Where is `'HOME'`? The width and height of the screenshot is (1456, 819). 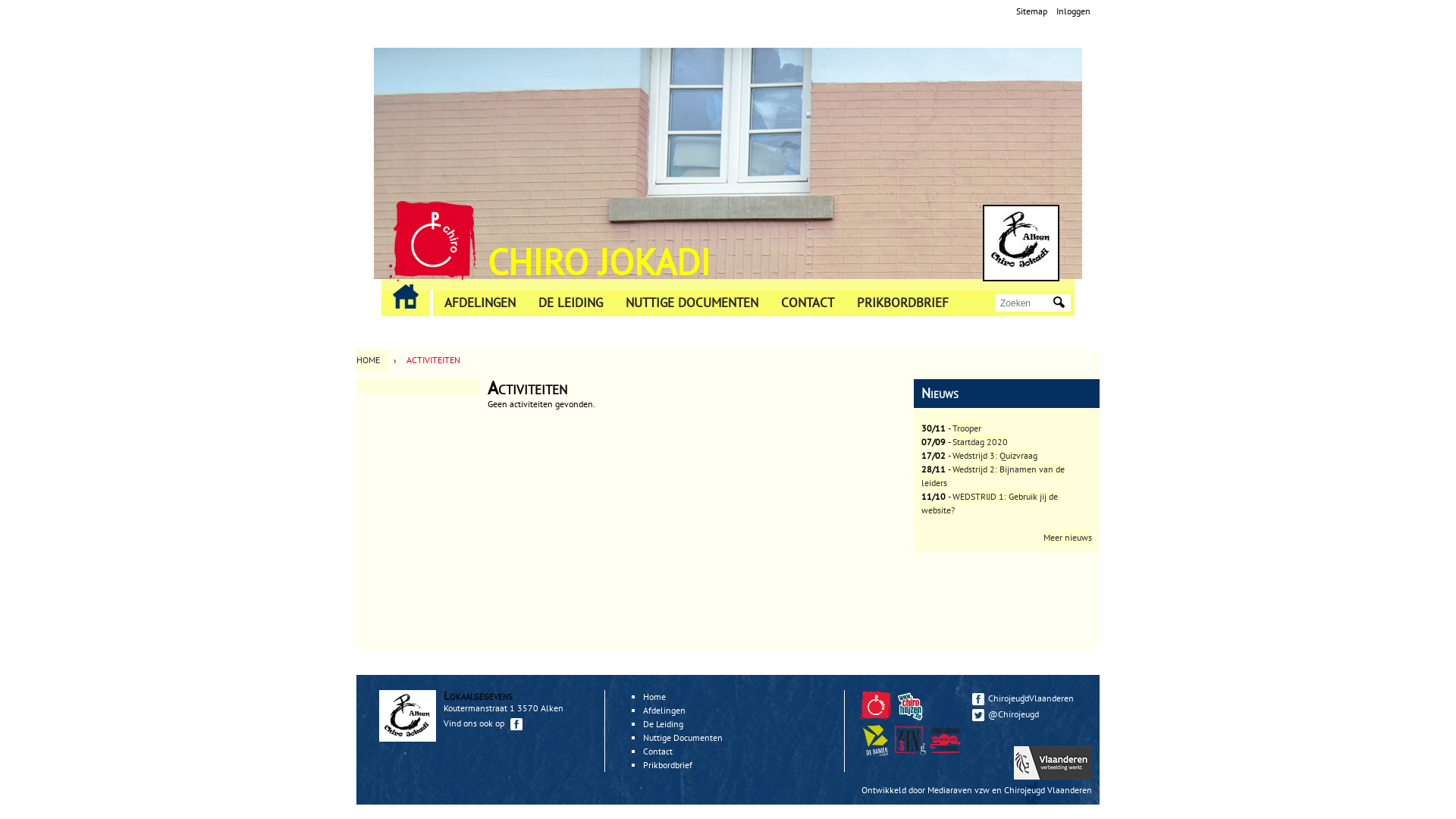
'HOME' is located at coordinates (405, 296).